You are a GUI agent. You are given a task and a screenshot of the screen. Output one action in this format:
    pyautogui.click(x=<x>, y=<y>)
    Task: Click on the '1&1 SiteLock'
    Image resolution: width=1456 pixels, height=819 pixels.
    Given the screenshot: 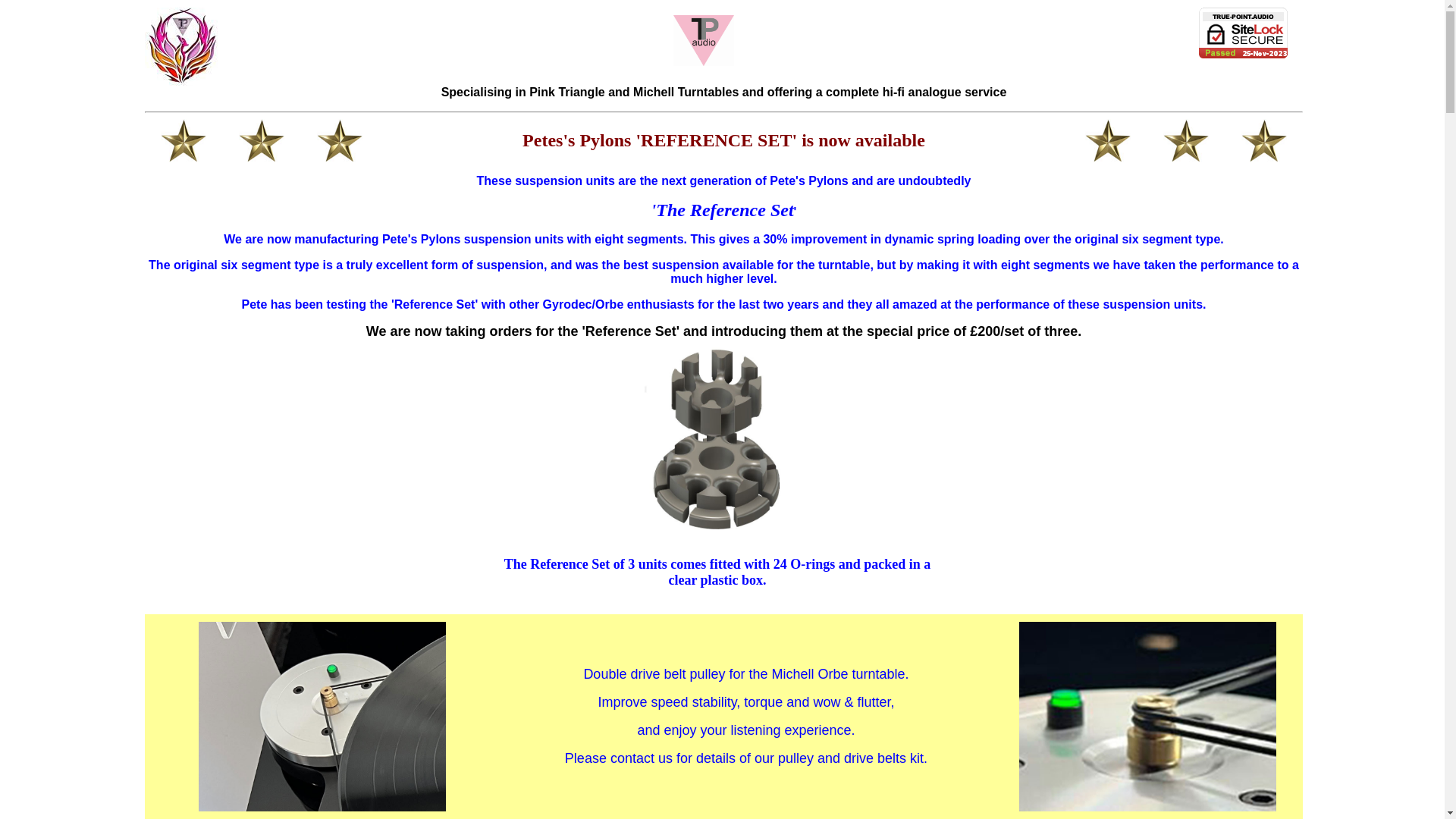 What is the action you would take?
    pyautogui.click(x=1243, y=33)
    